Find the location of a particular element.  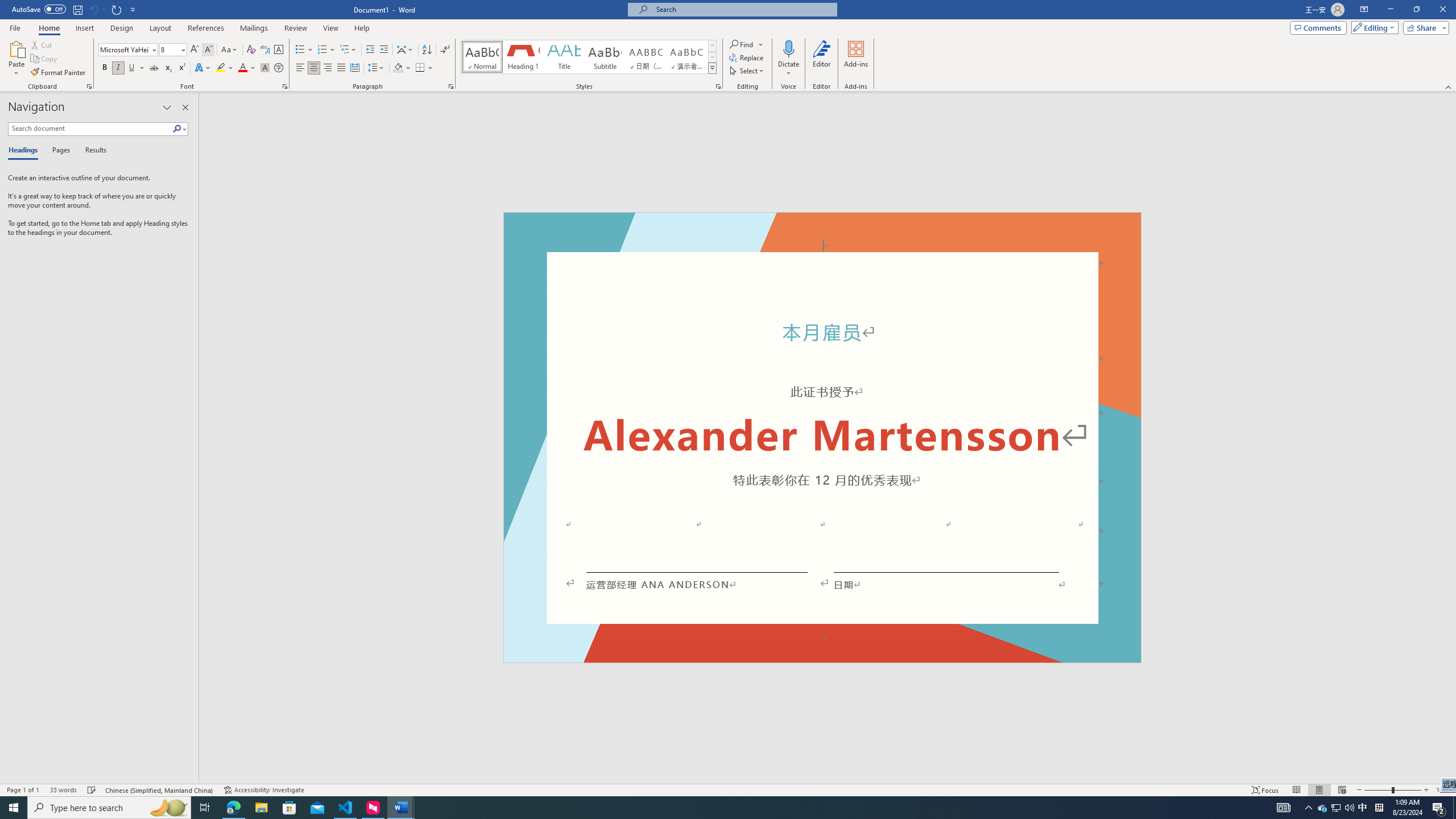

'Enclose Characters...' is located at coordinates (278, 67).